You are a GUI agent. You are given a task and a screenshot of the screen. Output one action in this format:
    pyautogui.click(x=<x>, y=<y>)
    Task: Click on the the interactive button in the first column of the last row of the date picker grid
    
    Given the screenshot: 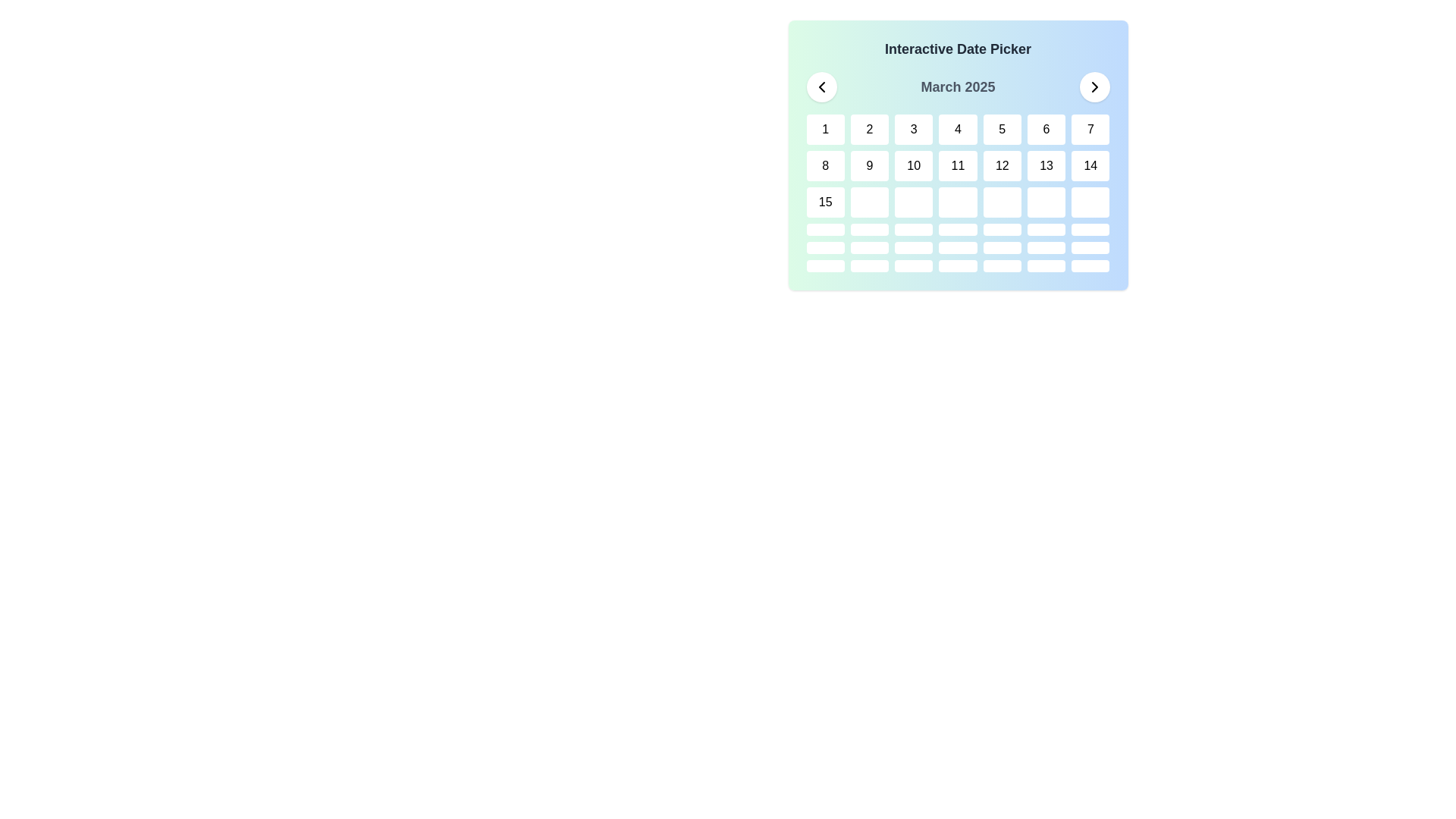 What is the action you would take?
    pyautogui.click(x=824, y=265)
    